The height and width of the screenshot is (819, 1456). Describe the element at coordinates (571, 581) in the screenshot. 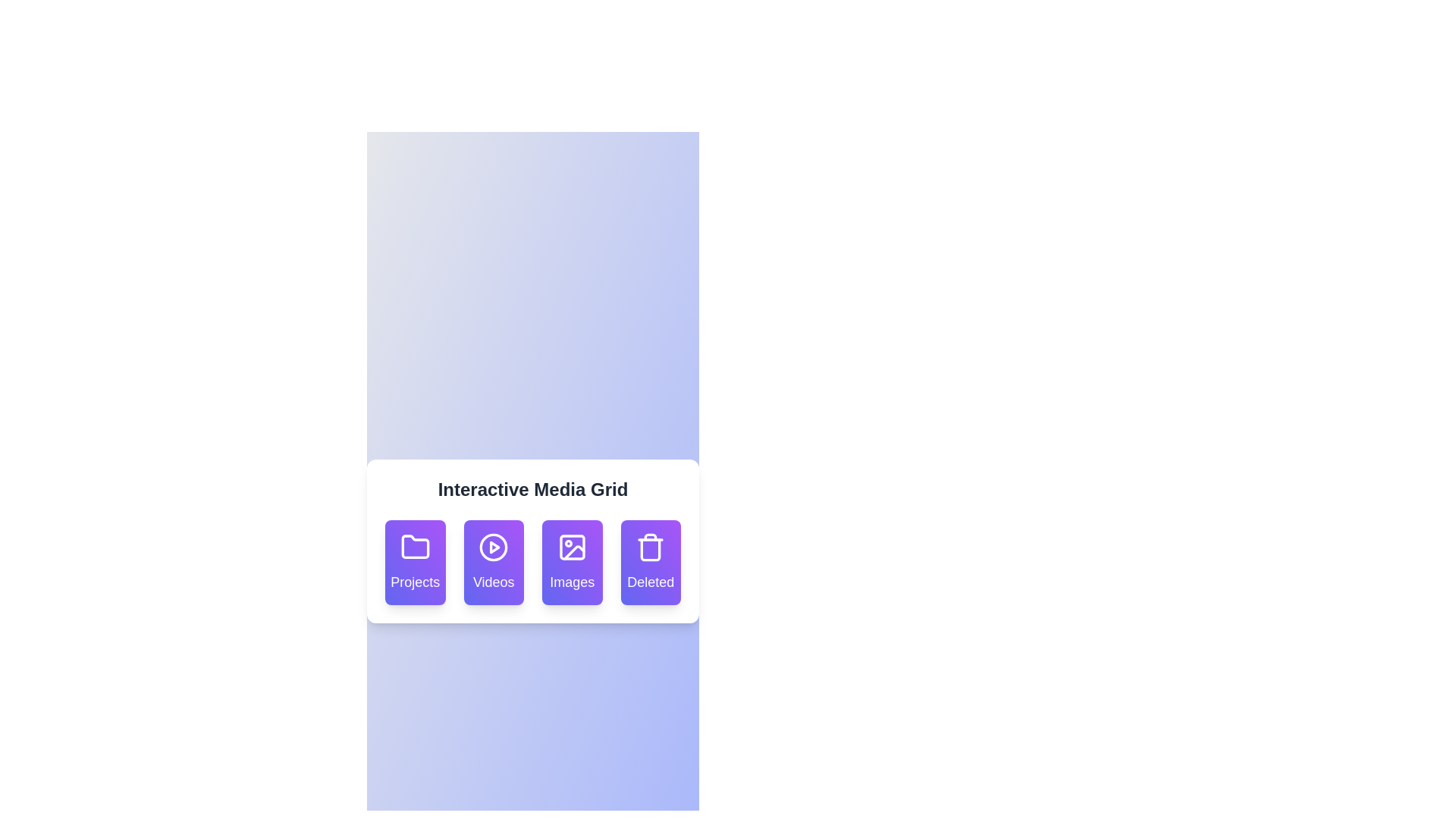

I see `text of the label located beneath the image outline icon on the purple button in the 'Interactive Media Grid' to understand its function` at that location.